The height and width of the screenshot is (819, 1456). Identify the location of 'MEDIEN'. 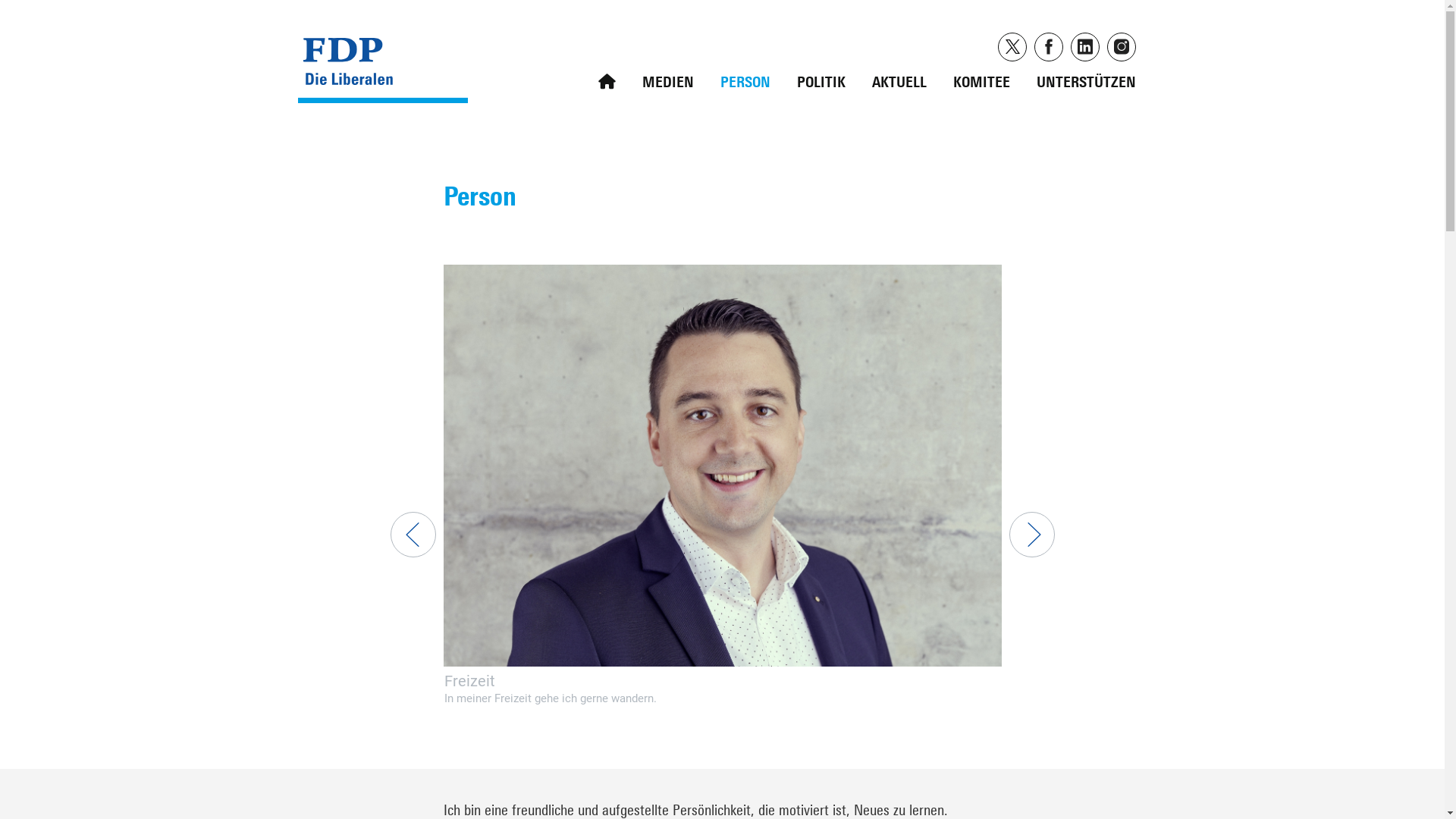
(667, 78).